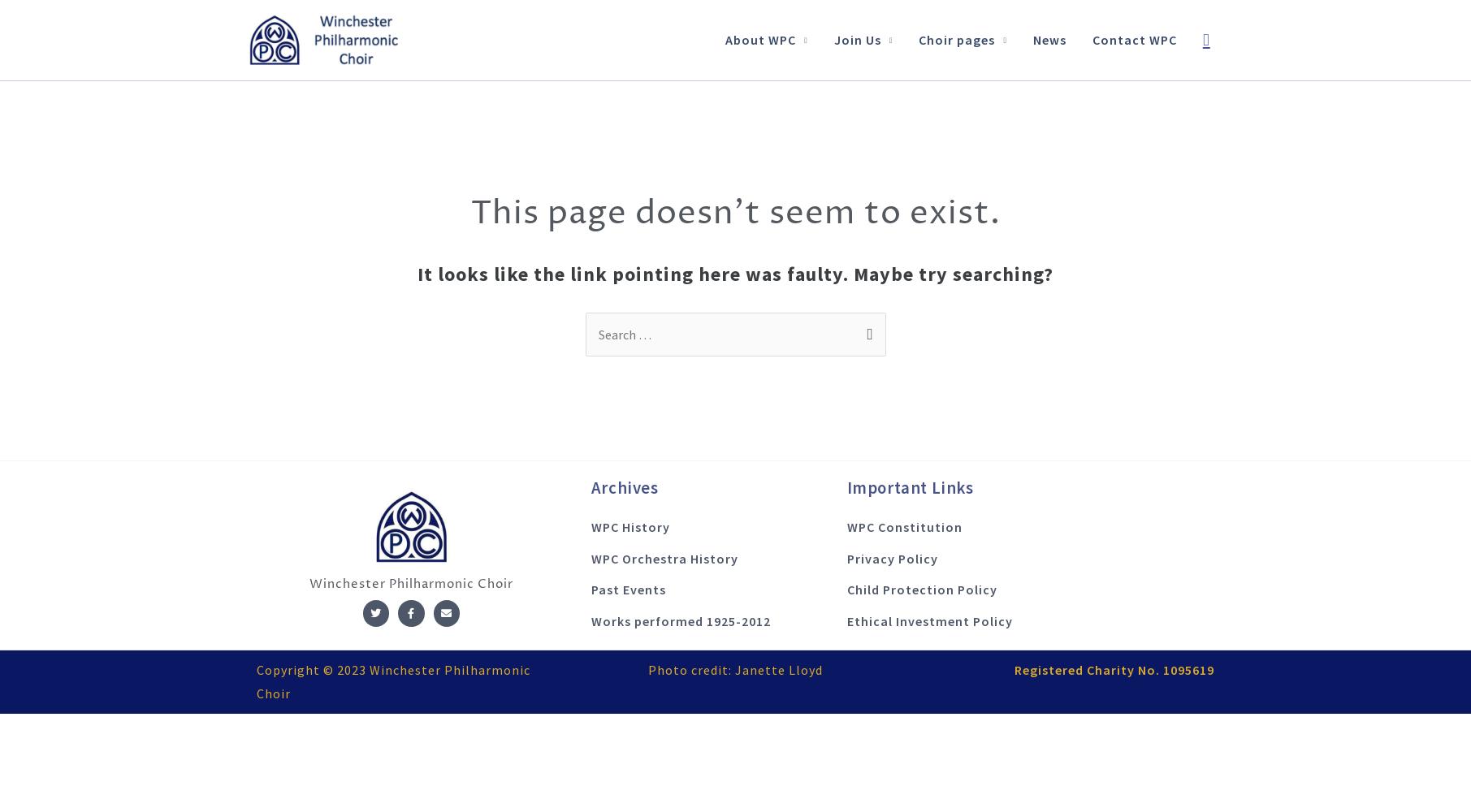  What do you see at coordinates (680, 621) in the screenshot?
I see `'Works performed 1925-2012'` at bounding box center [680, 621].